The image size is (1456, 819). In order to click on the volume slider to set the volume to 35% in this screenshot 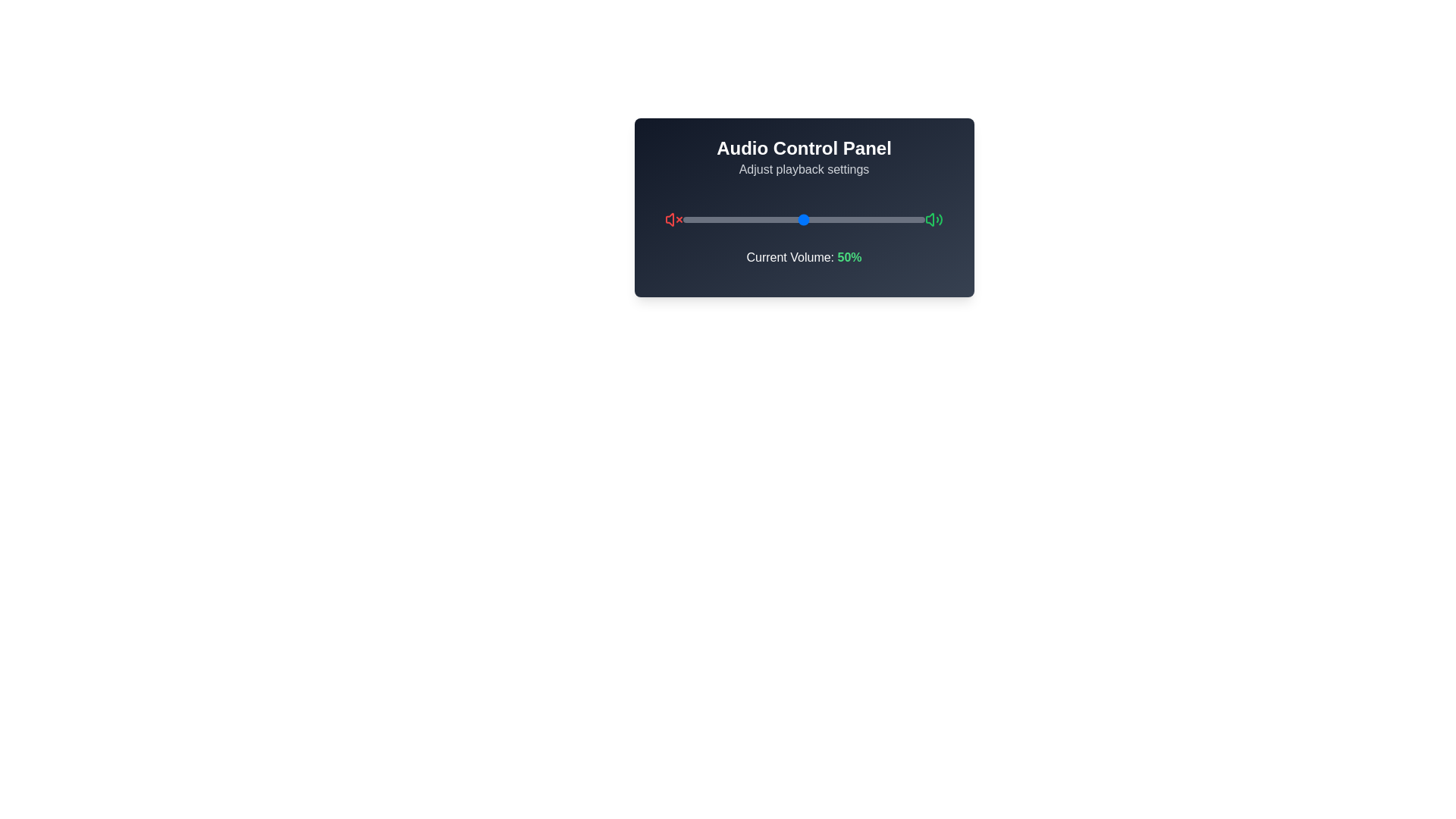, I will do `click(767, 219)`.